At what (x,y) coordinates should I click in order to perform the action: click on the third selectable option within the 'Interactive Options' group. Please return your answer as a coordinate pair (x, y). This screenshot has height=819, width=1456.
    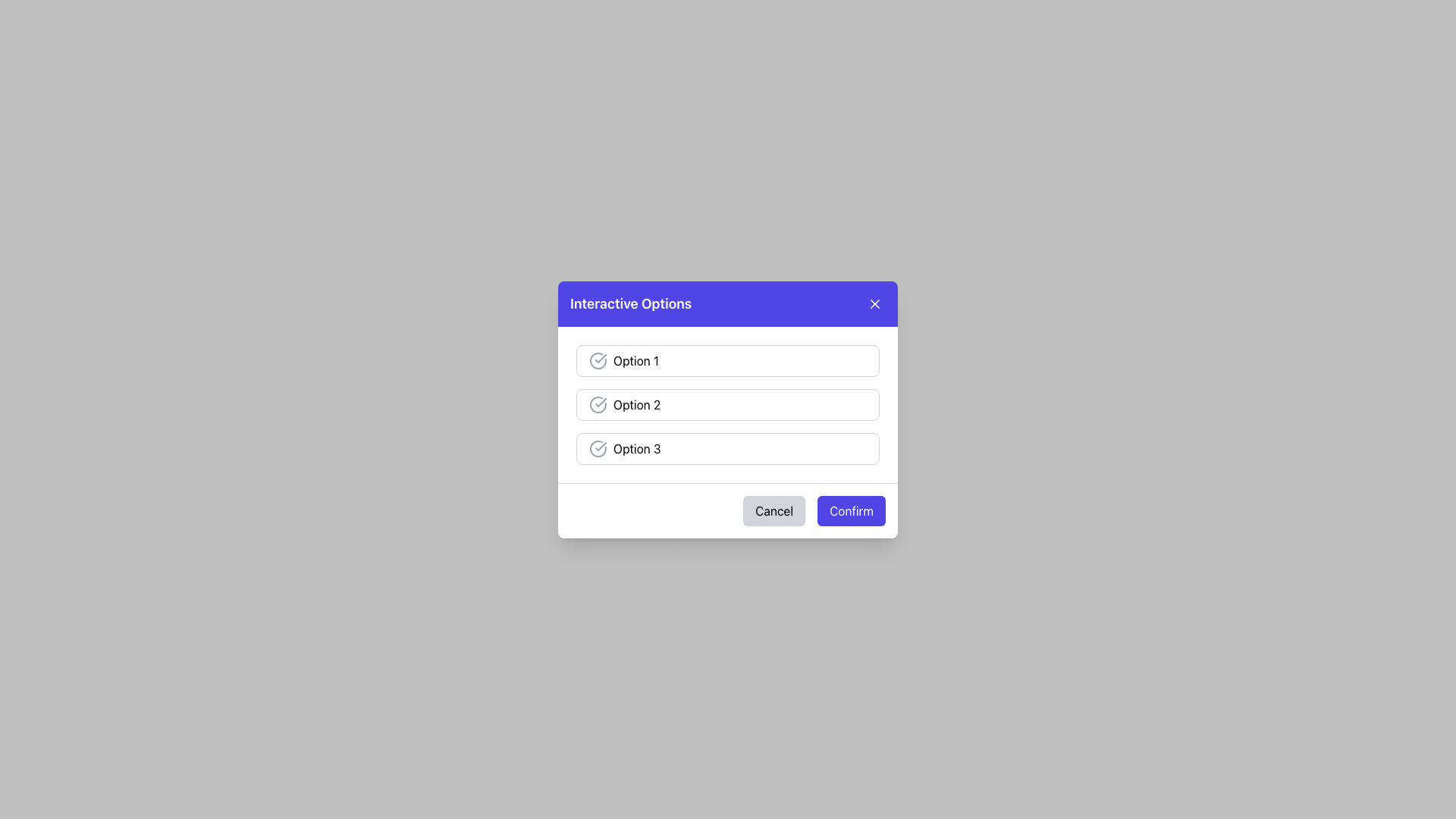
    Looking at the image, I should click on (728, 447).